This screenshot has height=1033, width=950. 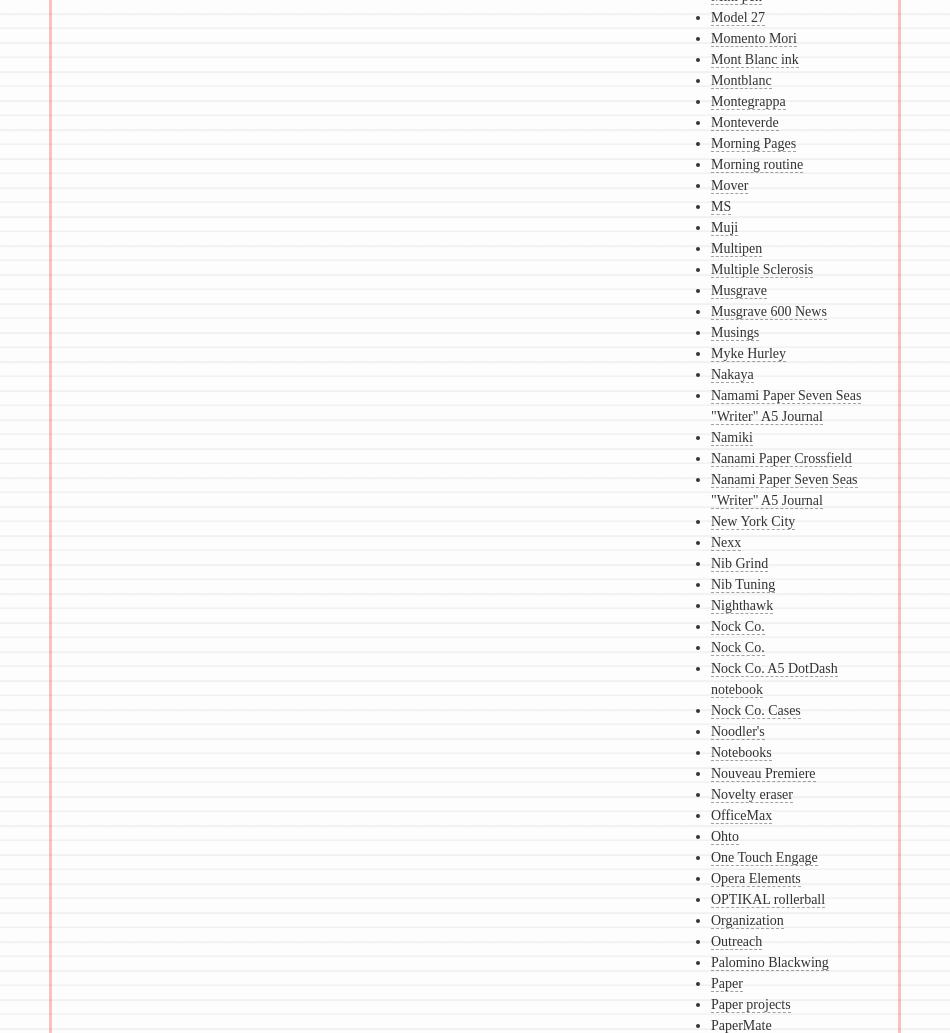 What do you see at coordinates (762, 857) in the screenshot?
I see `'One Touch Engage'` at bounding box center [762, 857].